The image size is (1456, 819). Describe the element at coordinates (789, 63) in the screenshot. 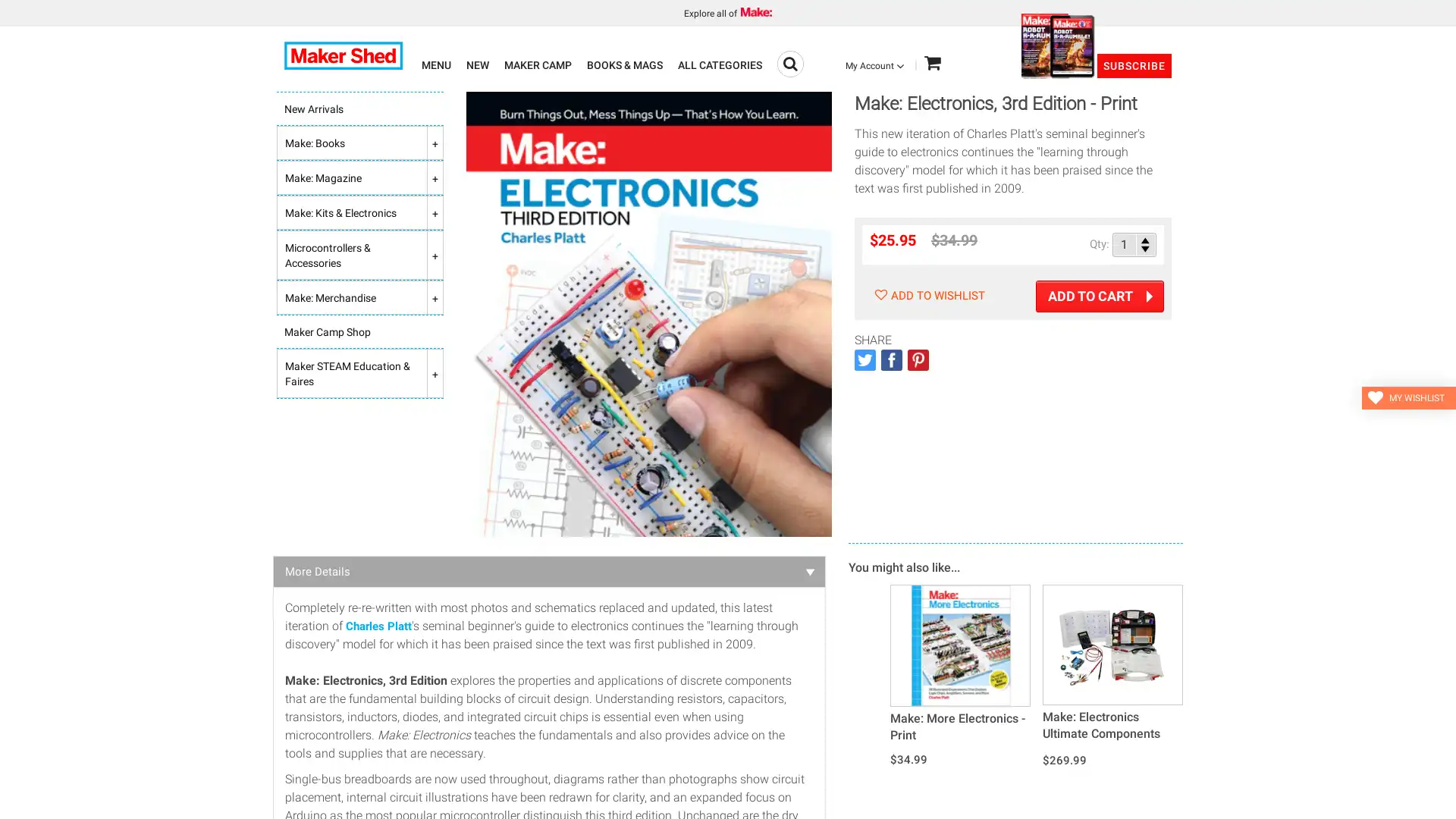

I see `GO` at that location.